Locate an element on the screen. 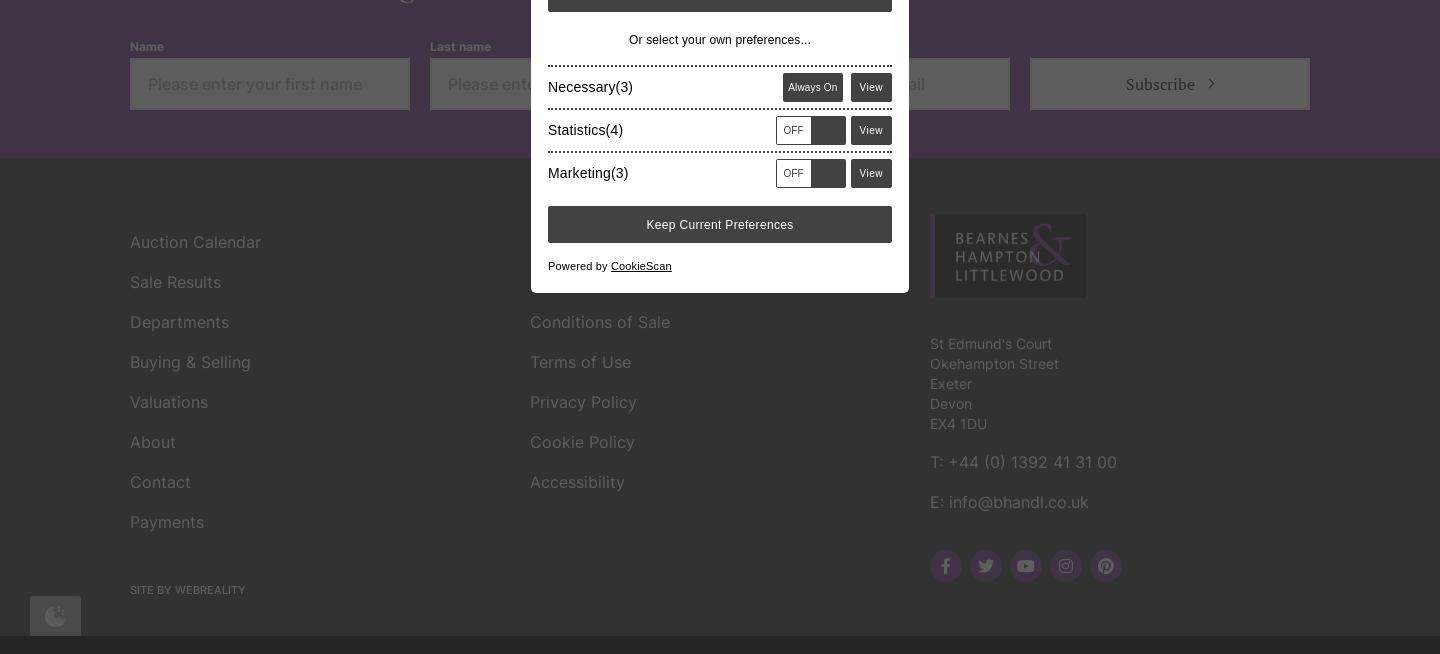 This screenshot has width=1440, height=654. 'T: +44 (0) 1392 41 31 00' is located at coordinates (929, 172).